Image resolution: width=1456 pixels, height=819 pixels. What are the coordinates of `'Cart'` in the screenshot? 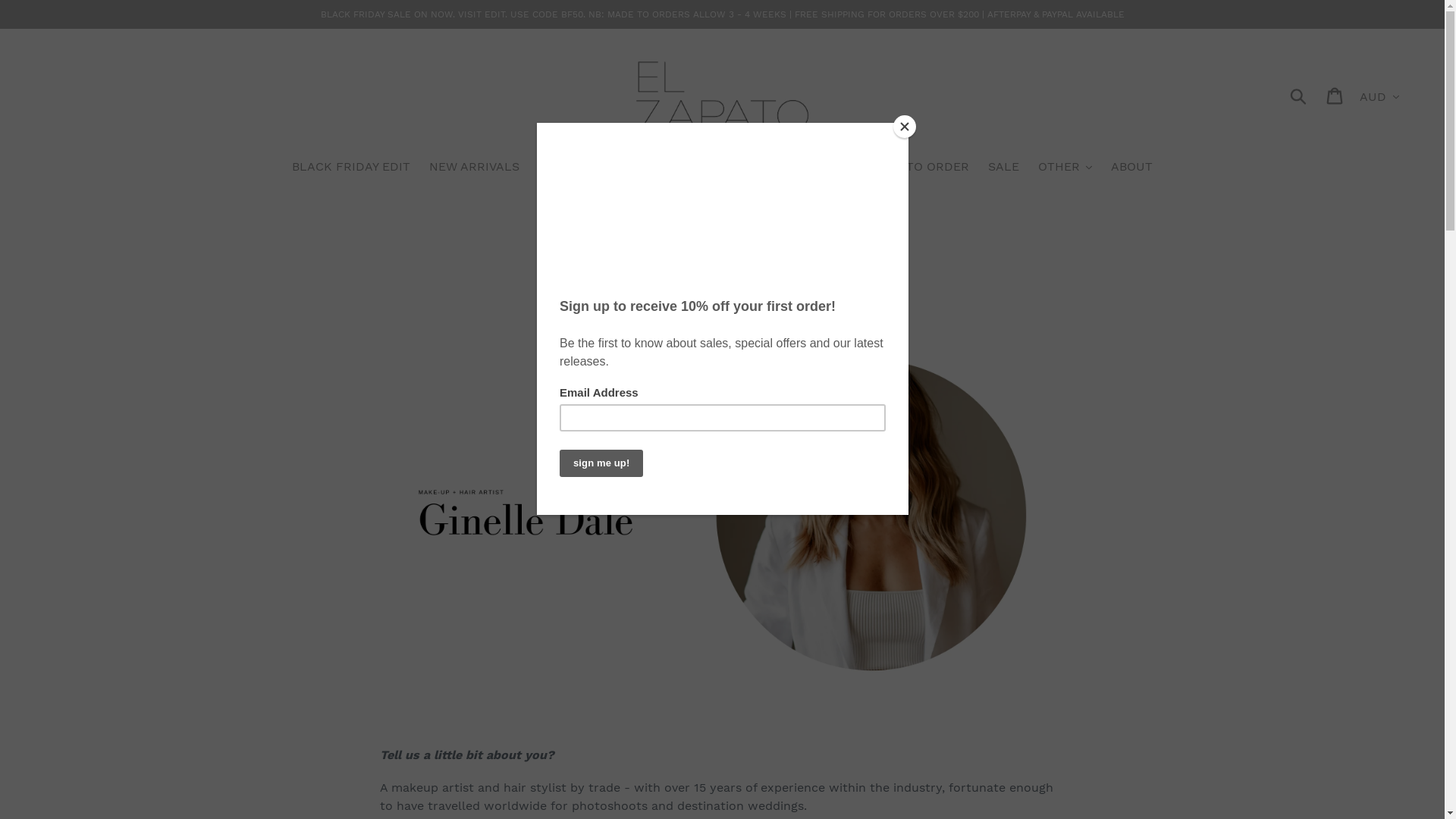 It's located at (1316, 95).